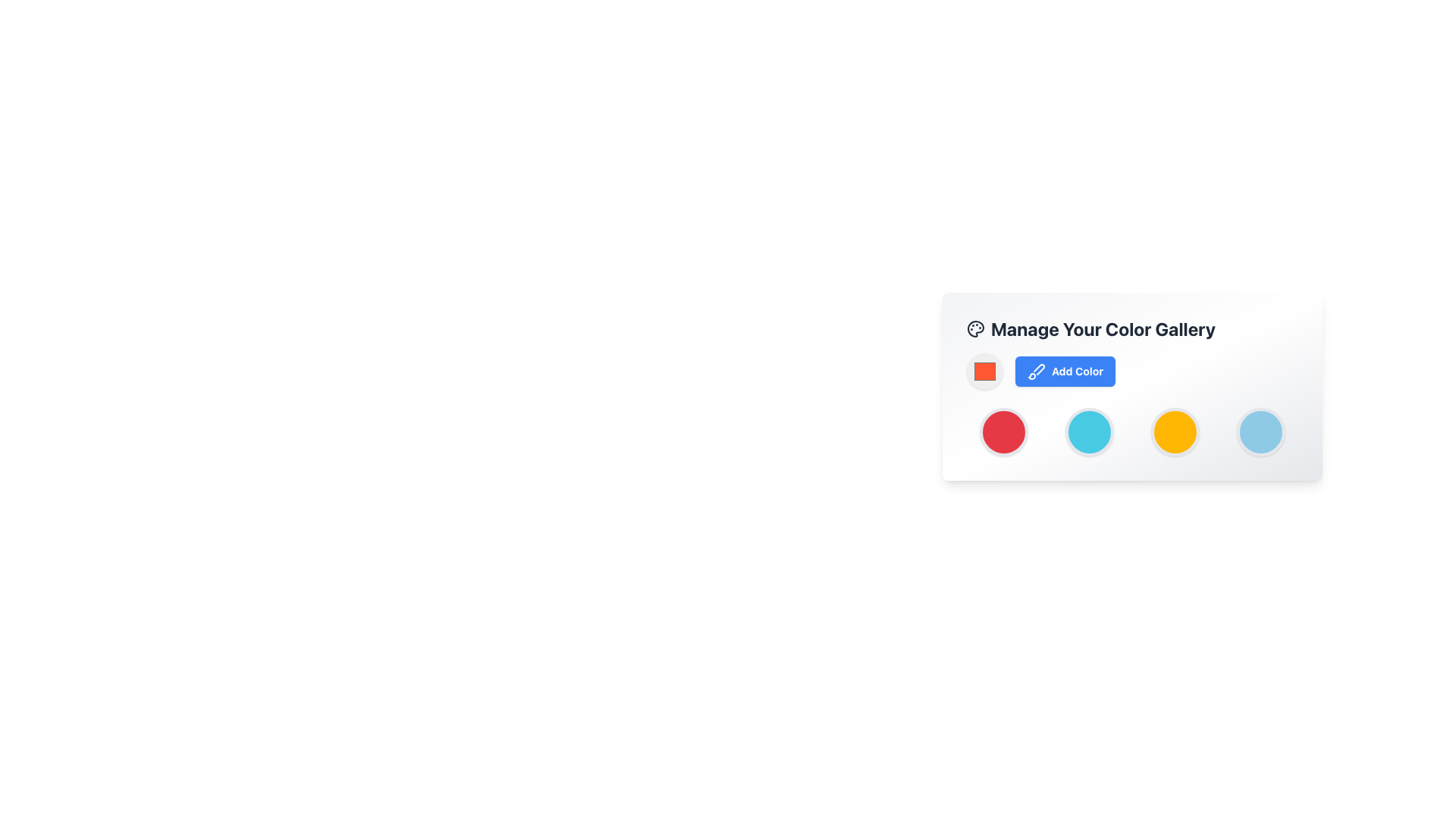 The image size is (1456, 819). I want to click on the first selectable color representation in the horizontal arrangement beneath 'Manage Your Color Gallery', so click(1003, 432).